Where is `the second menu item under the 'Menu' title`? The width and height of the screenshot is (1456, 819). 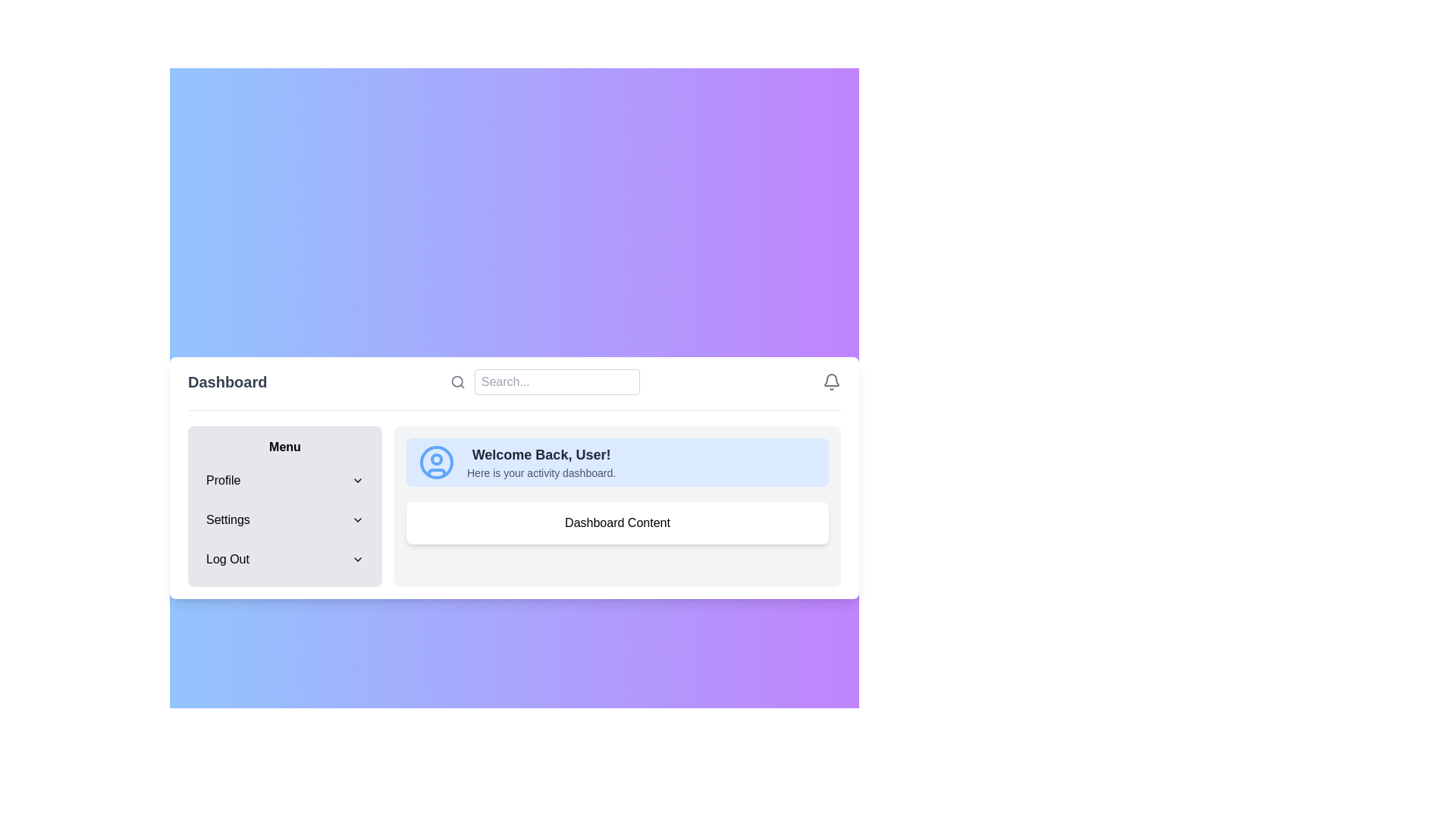 the second menu item under the 'Menu' title is located at coordinates (284, 519).